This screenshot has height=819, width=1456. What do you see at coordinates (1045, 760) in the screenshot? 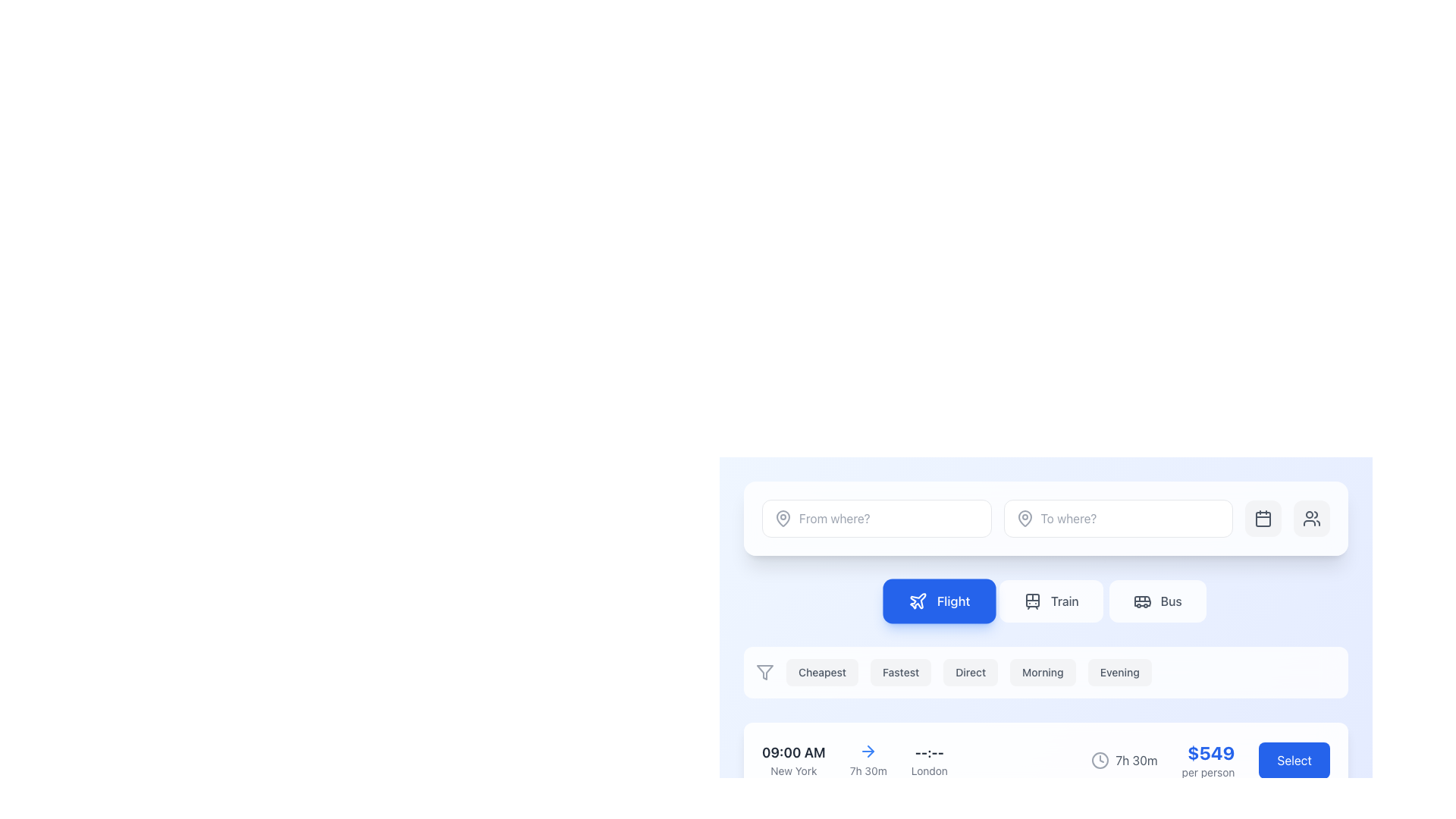
I see `to select the first flight option displayed in the interactive card showing flight details, located at the top of the list underneath the filters and transportation selection options` at bounding box center [1045, 760].